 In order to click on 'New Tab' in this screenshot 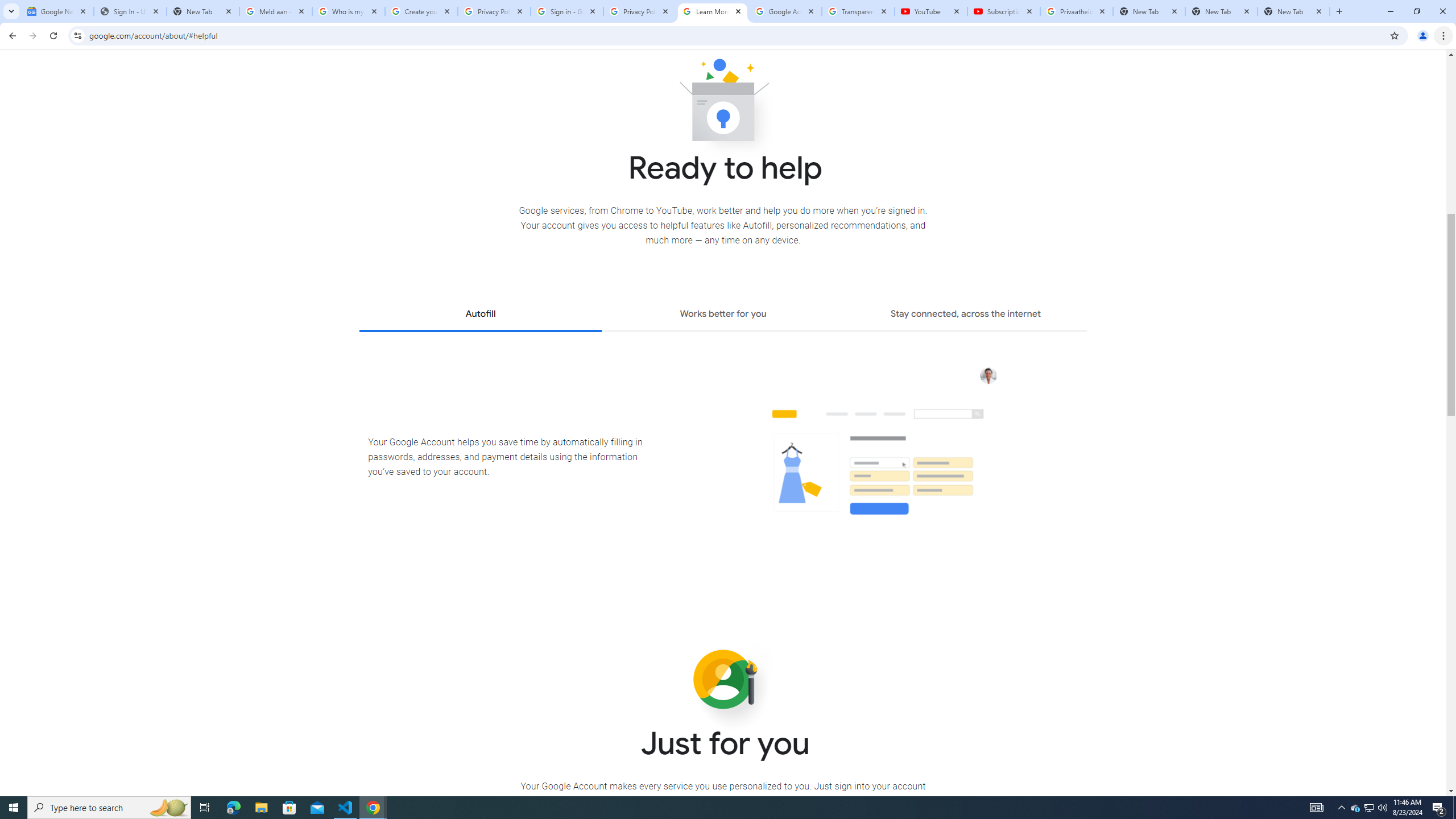, I will do `click(1293, 11)`.